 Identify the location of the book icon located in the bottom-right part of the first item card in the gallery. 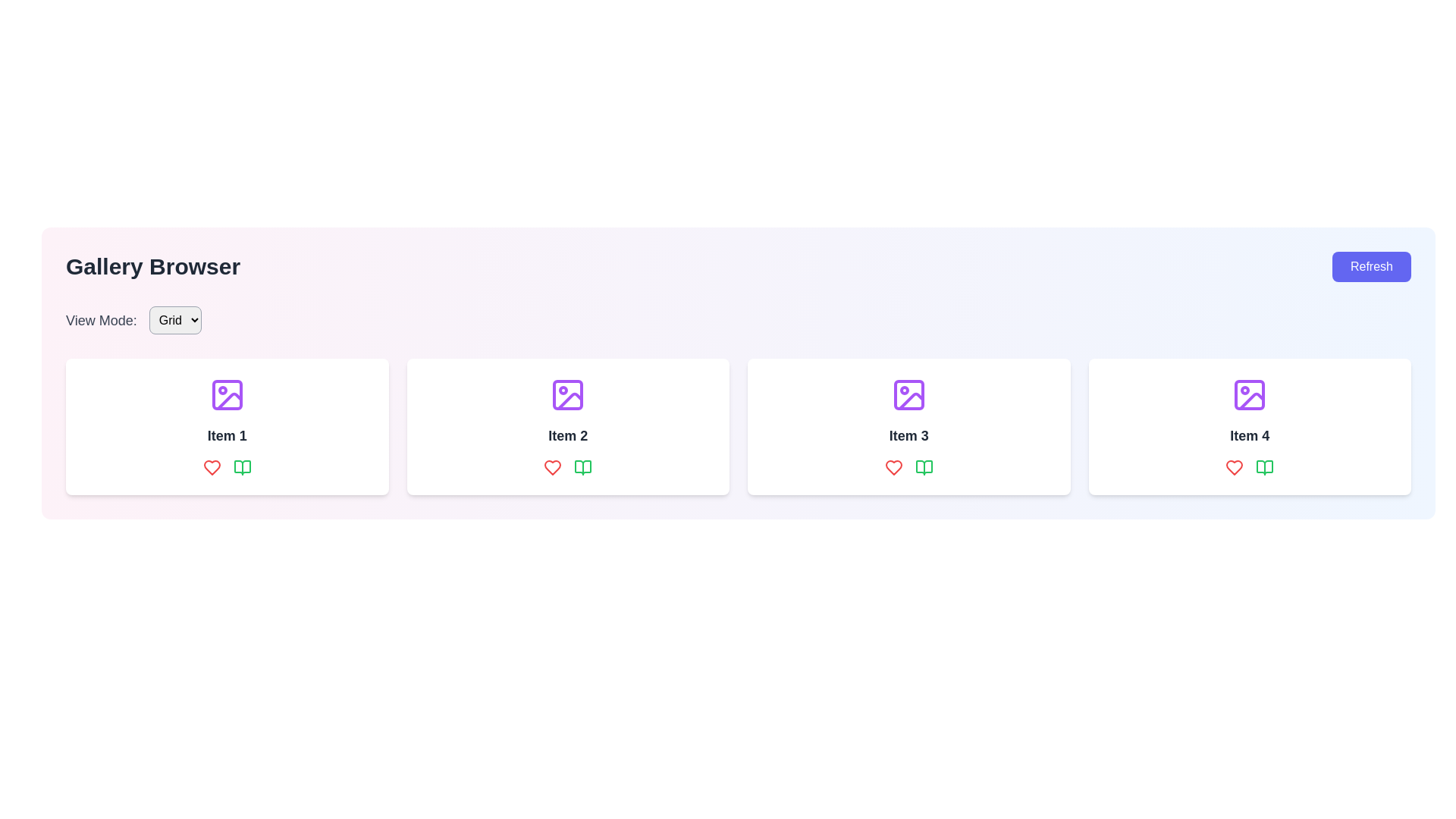
(241, 467).